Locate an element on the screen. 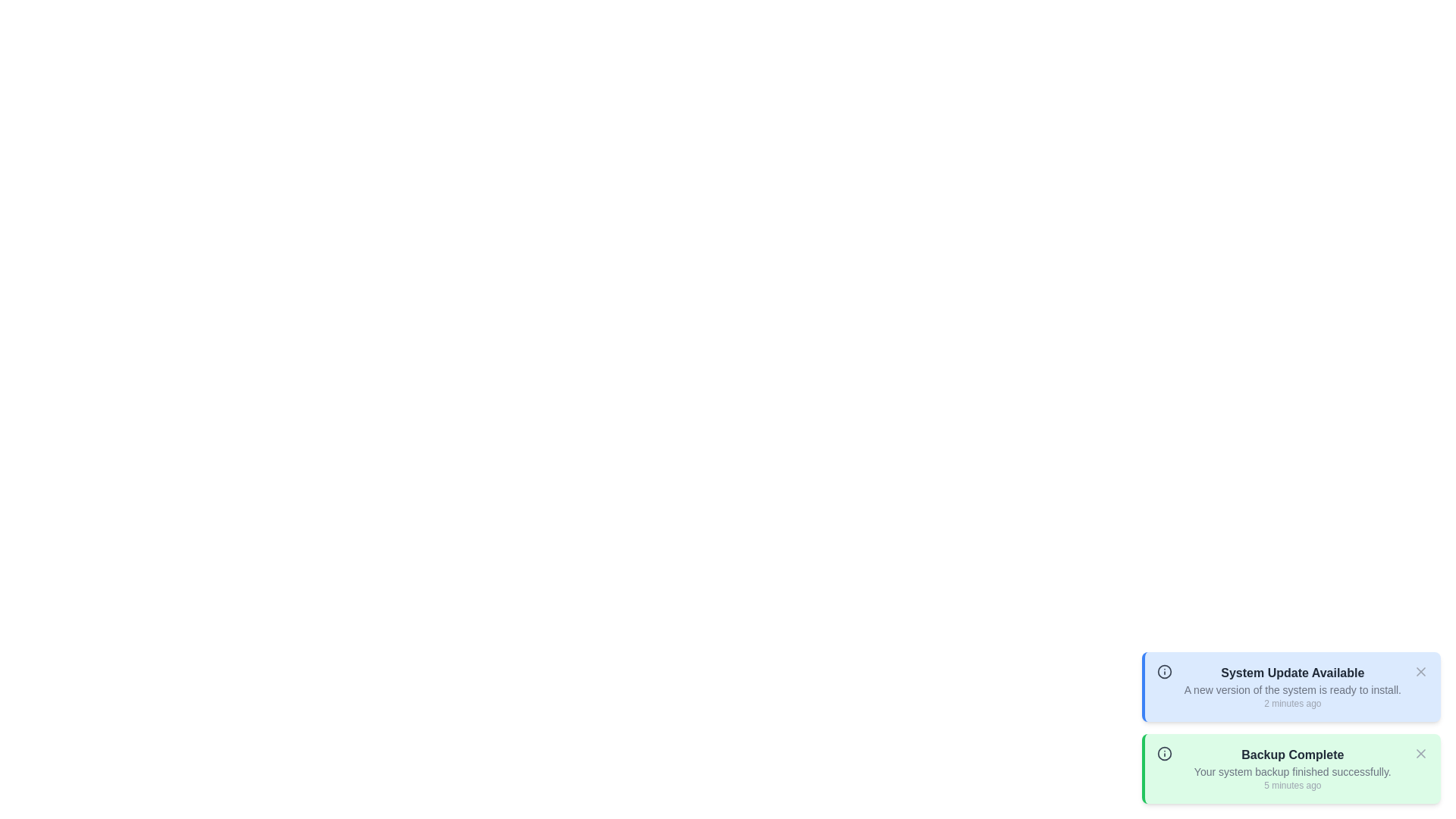  the close button of the notification with title 'Backup Complete' is located at coordinates (1420, 754).